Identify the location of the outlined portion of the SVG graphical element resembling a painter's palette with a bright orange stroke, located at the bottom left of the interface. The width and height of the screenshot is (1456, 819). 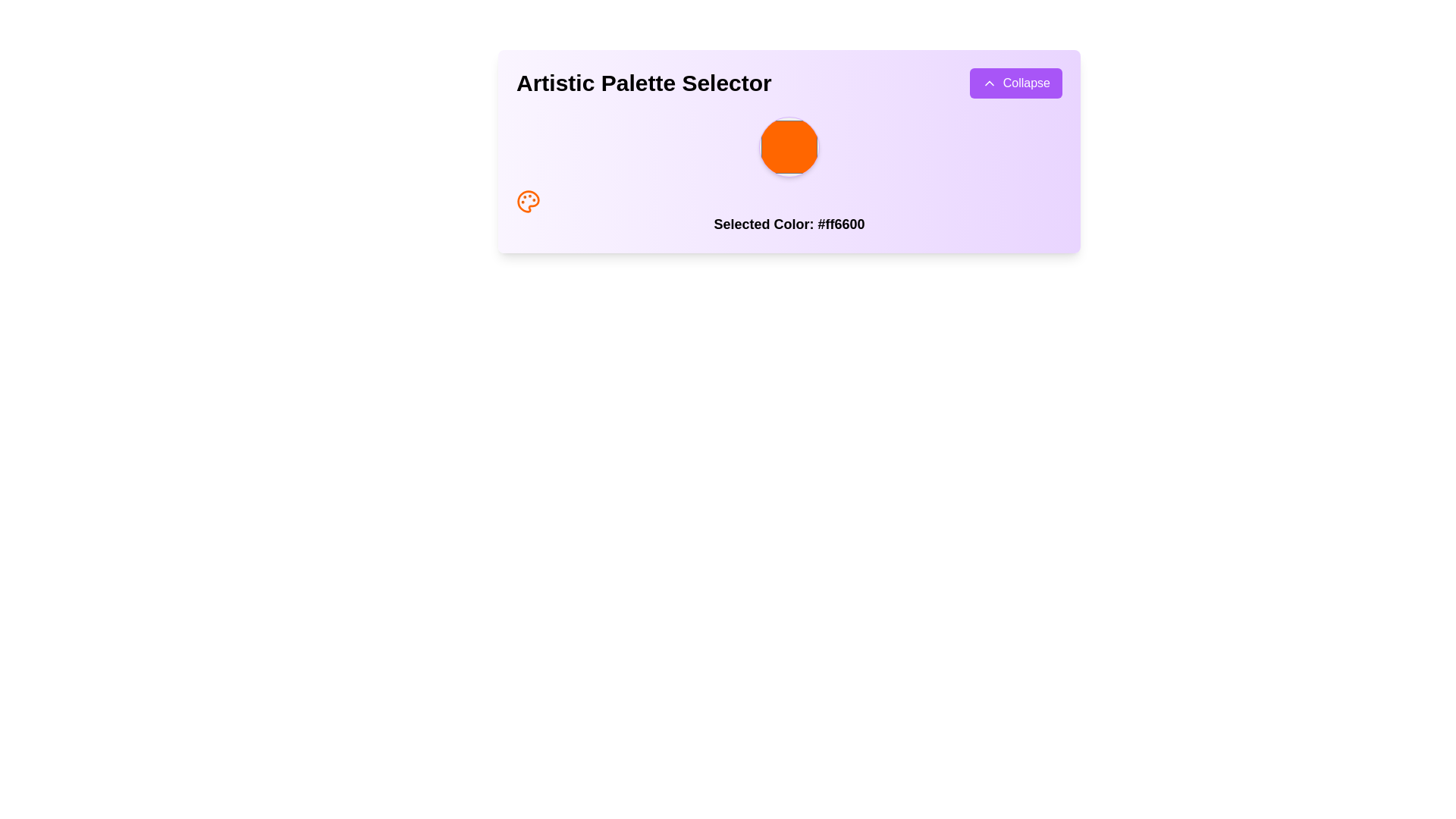
(528, 201).